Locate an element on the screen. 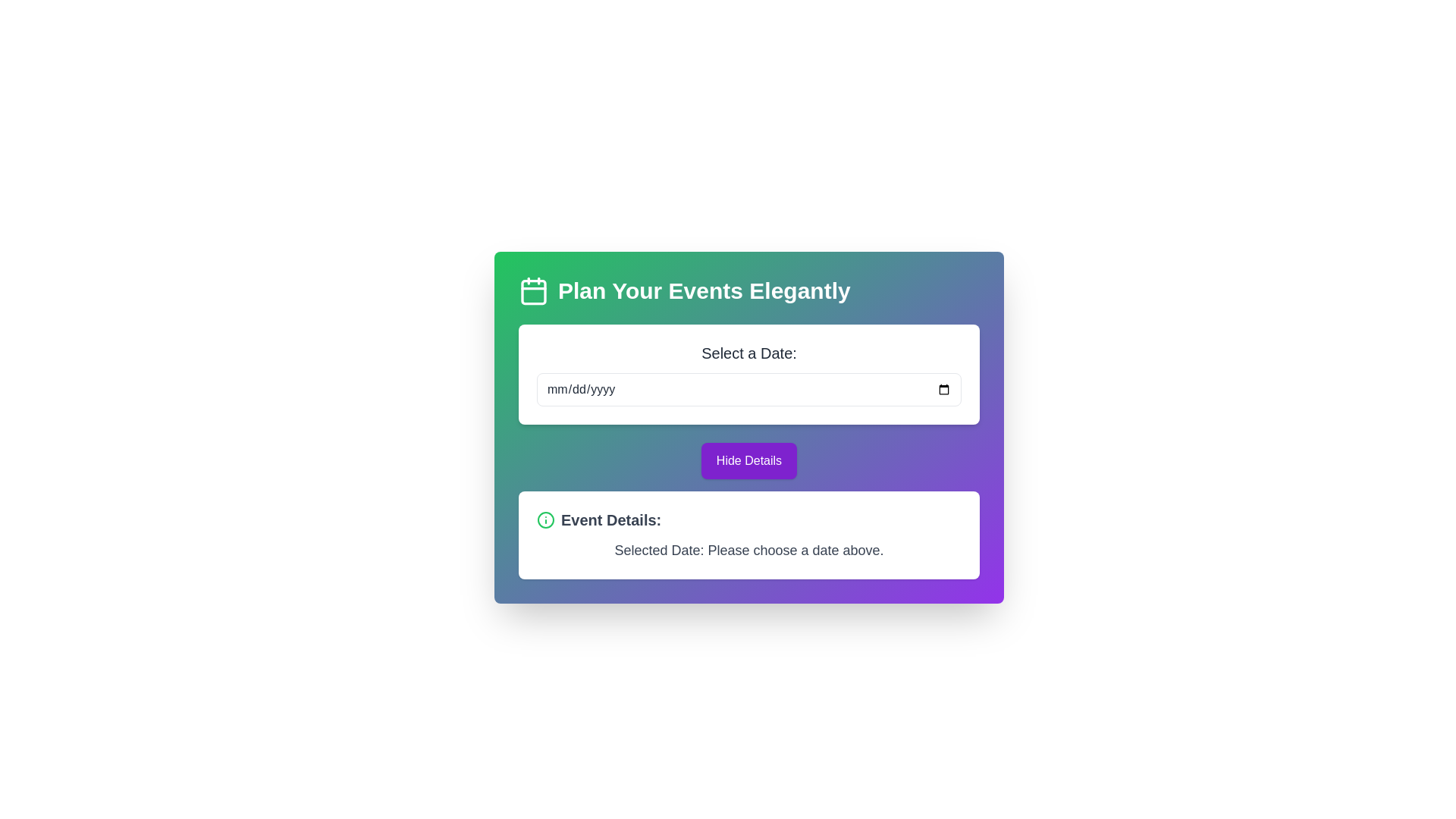 This screenshot has height=819, width=1456. the button that toggles the visibility of the details section below the 'Select a Date:' section to change its color is located at coordinates (749, 460).